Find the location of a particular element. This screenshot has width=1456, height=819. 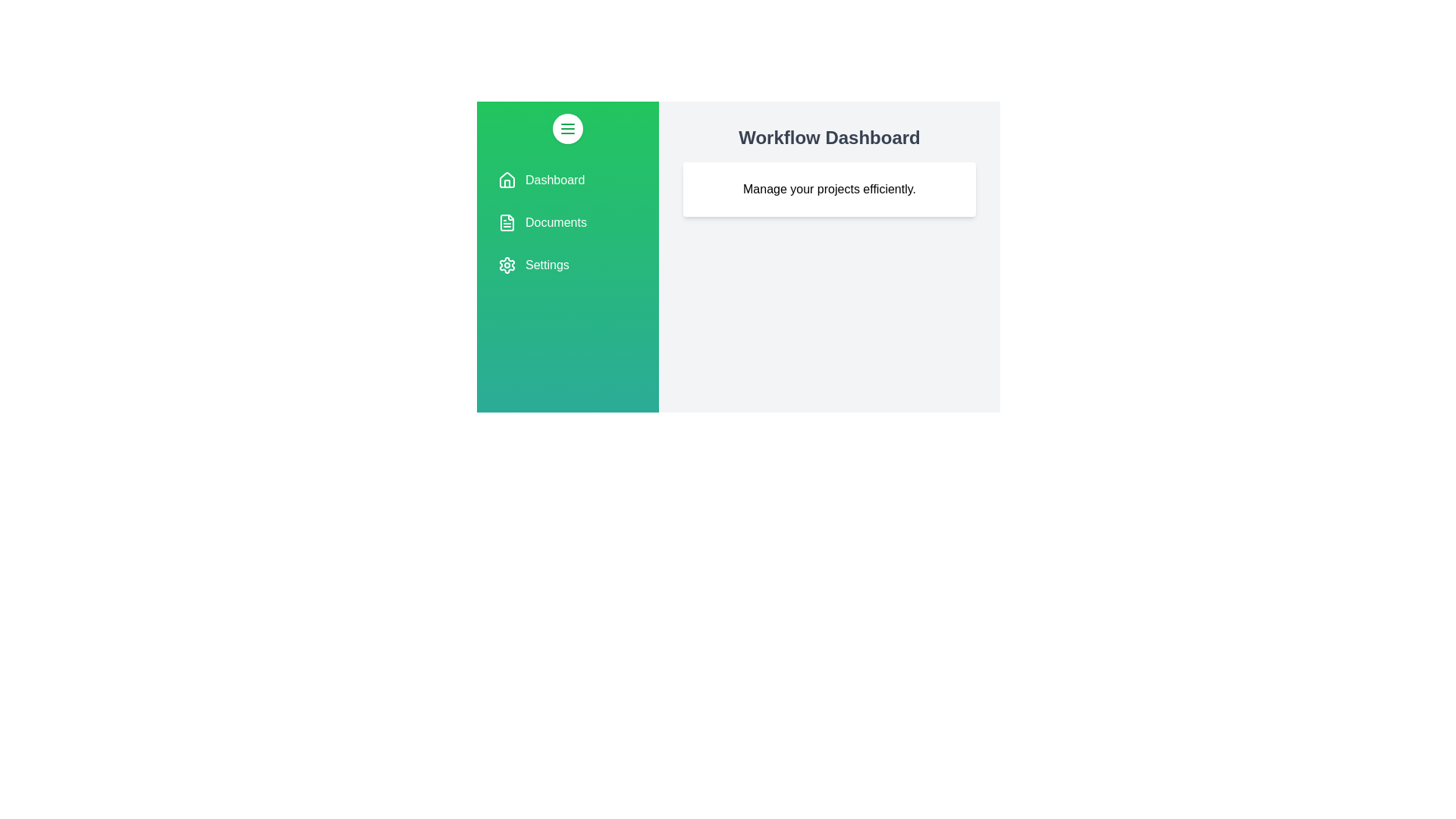

the drawer item Settings to highlight it is located at coordinates (566, 265).